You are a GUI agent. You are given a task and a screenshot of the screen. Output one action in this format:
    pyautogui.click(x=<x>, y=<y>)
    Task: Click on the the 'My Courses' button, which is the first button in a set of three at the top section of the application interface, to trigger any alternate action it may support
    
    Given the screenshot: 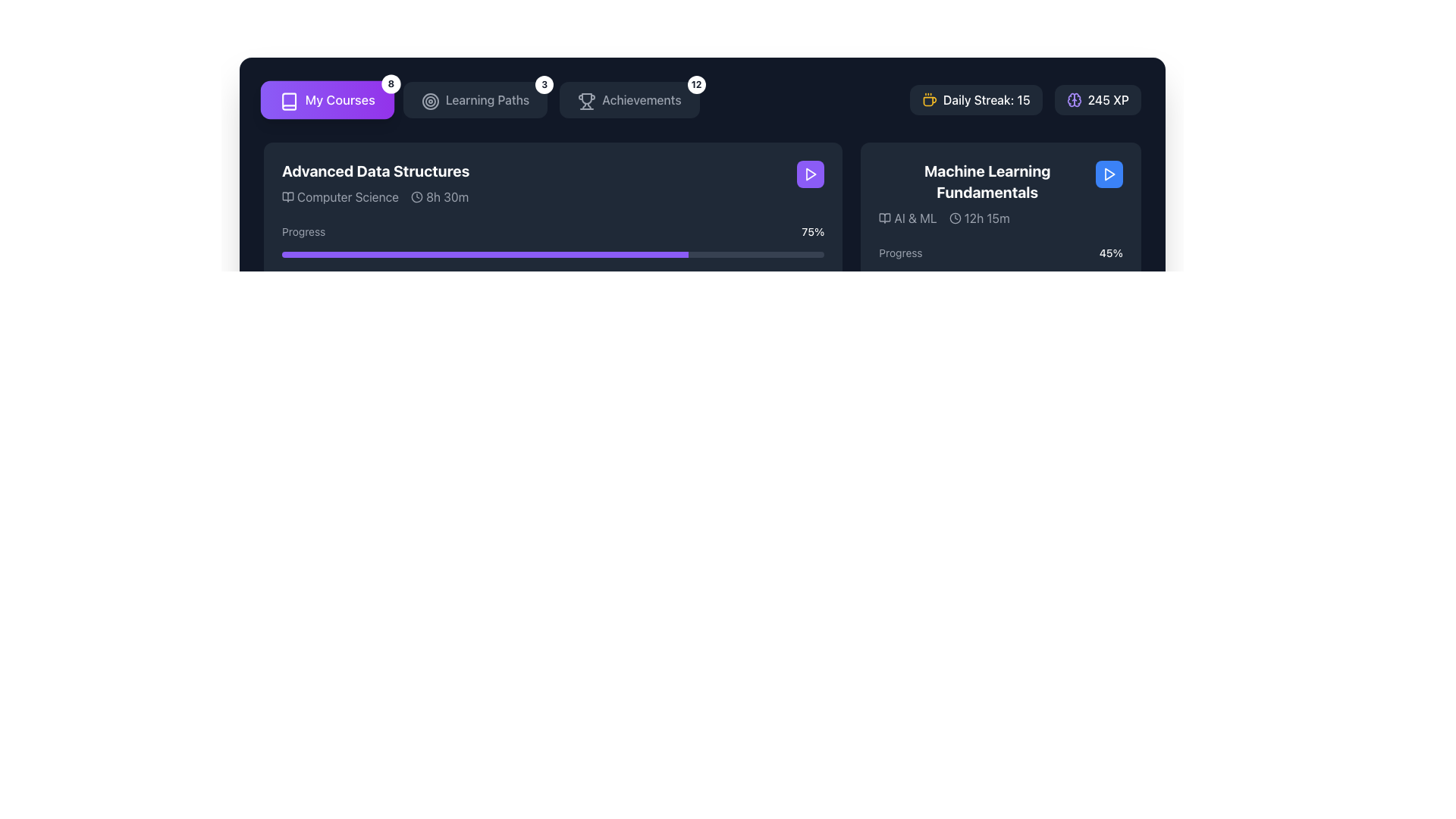 What is the action you would take?
    pyautogui.click(x=327, y=99)
    